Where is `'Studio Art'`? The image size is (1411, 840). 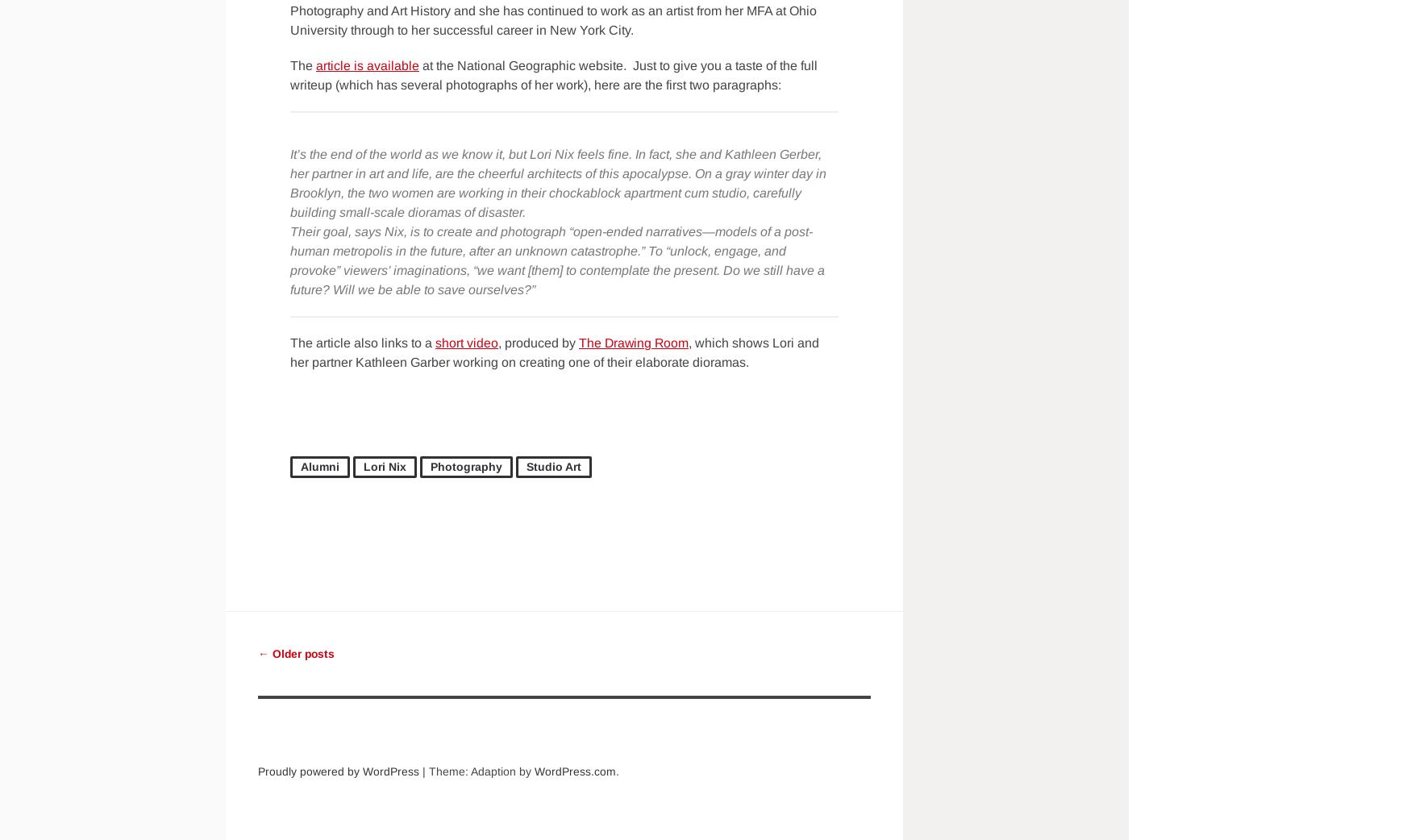
'Studio Art' is located at coordinates (525, 466).